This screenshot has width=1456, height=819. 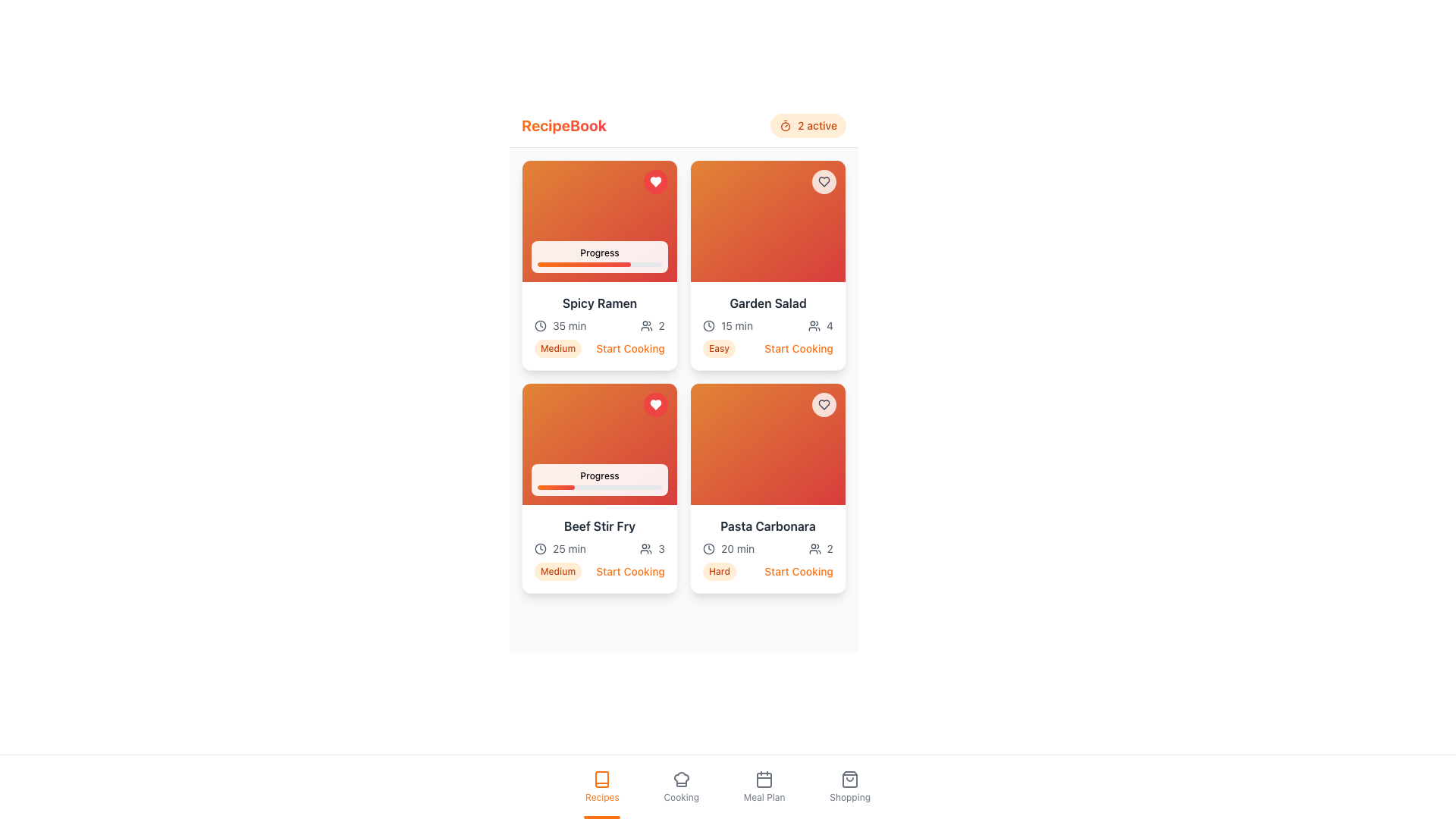 I want to click on the first icon button in the bottom navigation bar that leads to the 'Recipes' section, so click(x=601, y=780).